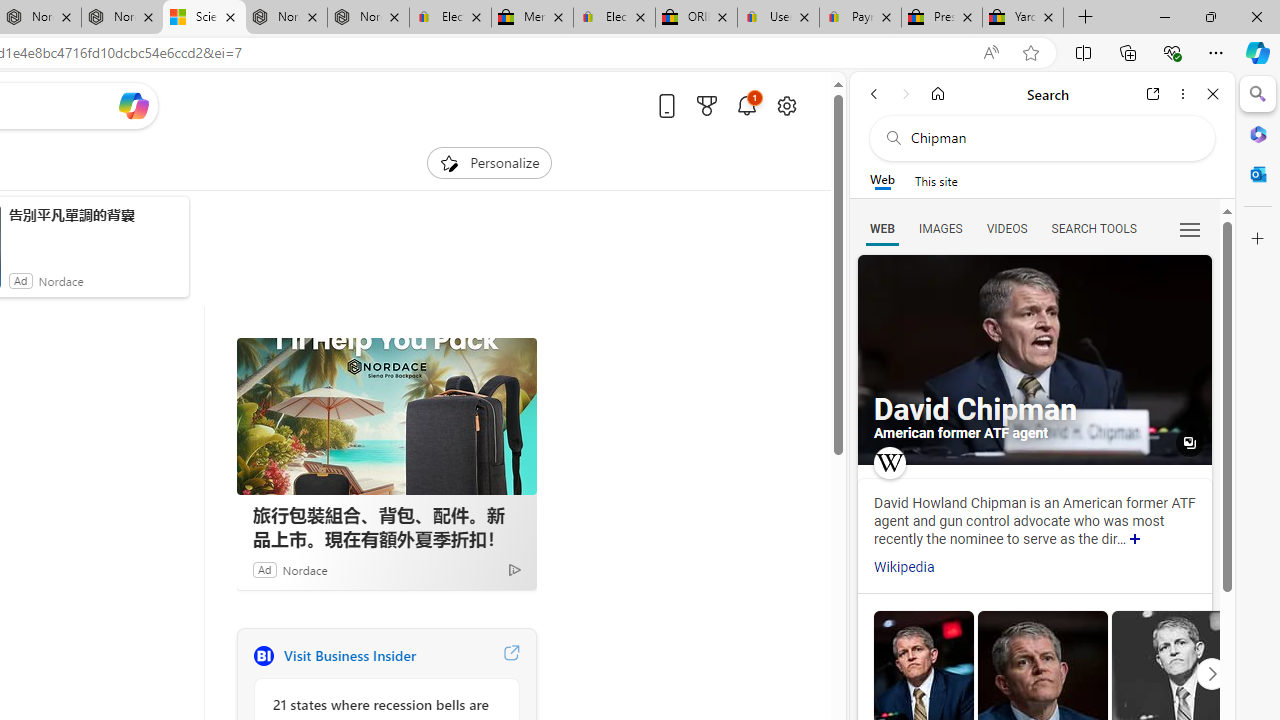  I want to click on 'SEARCH TOOLS', so click(1092, 227).